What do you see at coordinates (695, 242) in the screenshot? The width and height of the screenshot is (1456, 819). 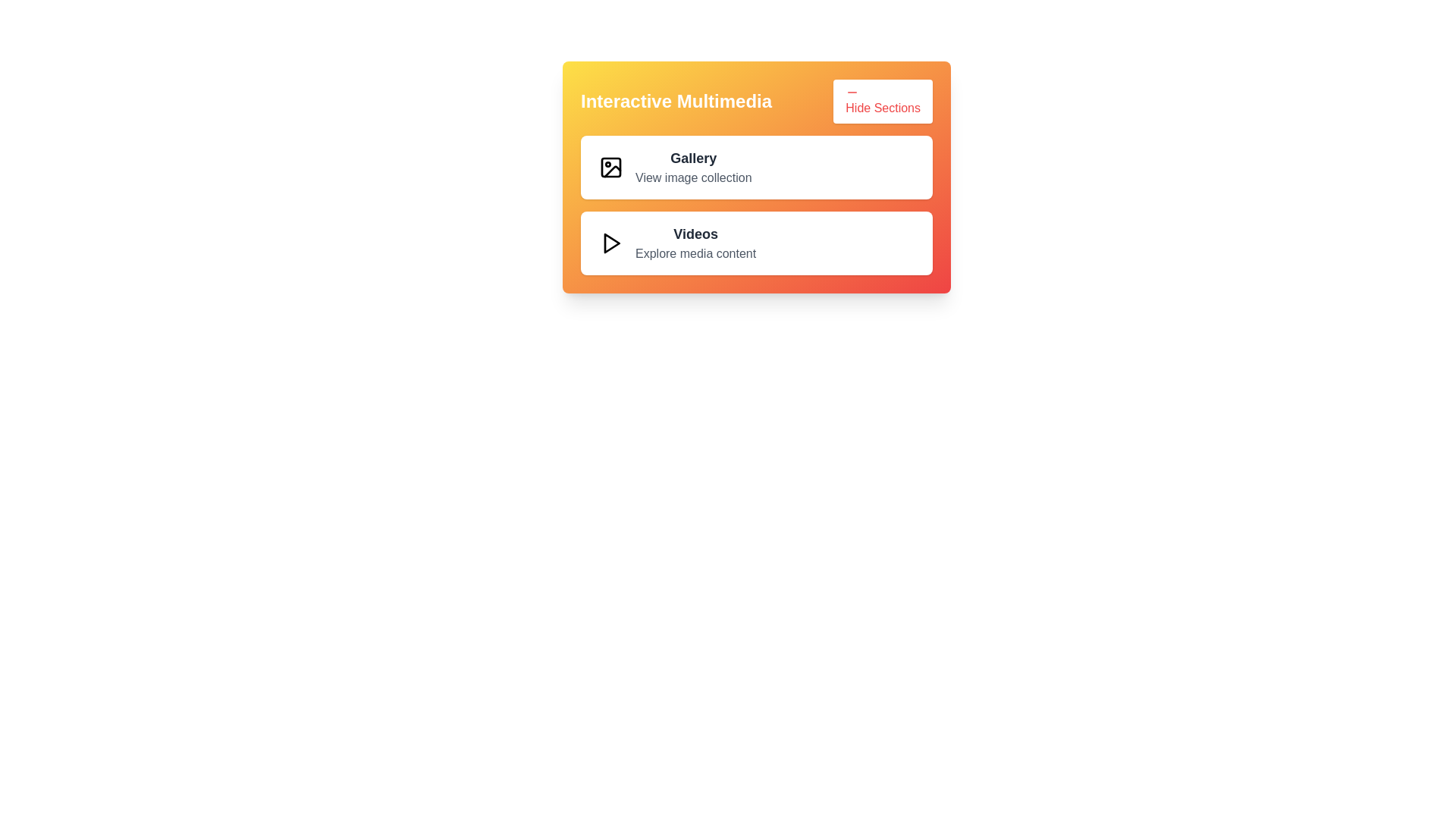 I see `the 'Videos' text element, which is a title and description pair located in the lower section of a multimedia card` at bounding box center [695, 242].